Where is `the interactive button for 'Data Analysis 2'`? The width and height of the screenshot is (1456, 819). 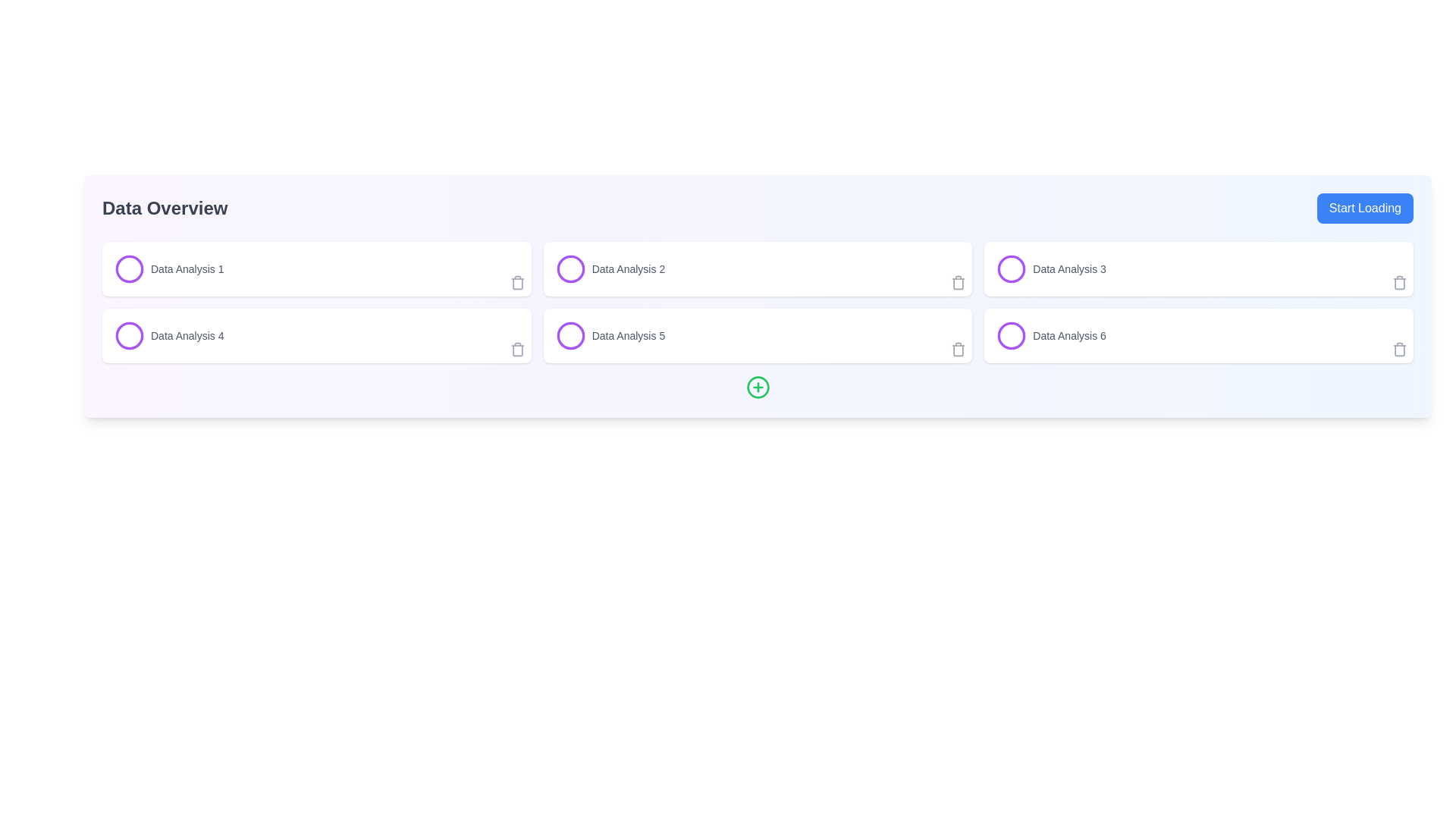 the interactive button for 'Data Analysis 2' is located at coordinates (610, 268).